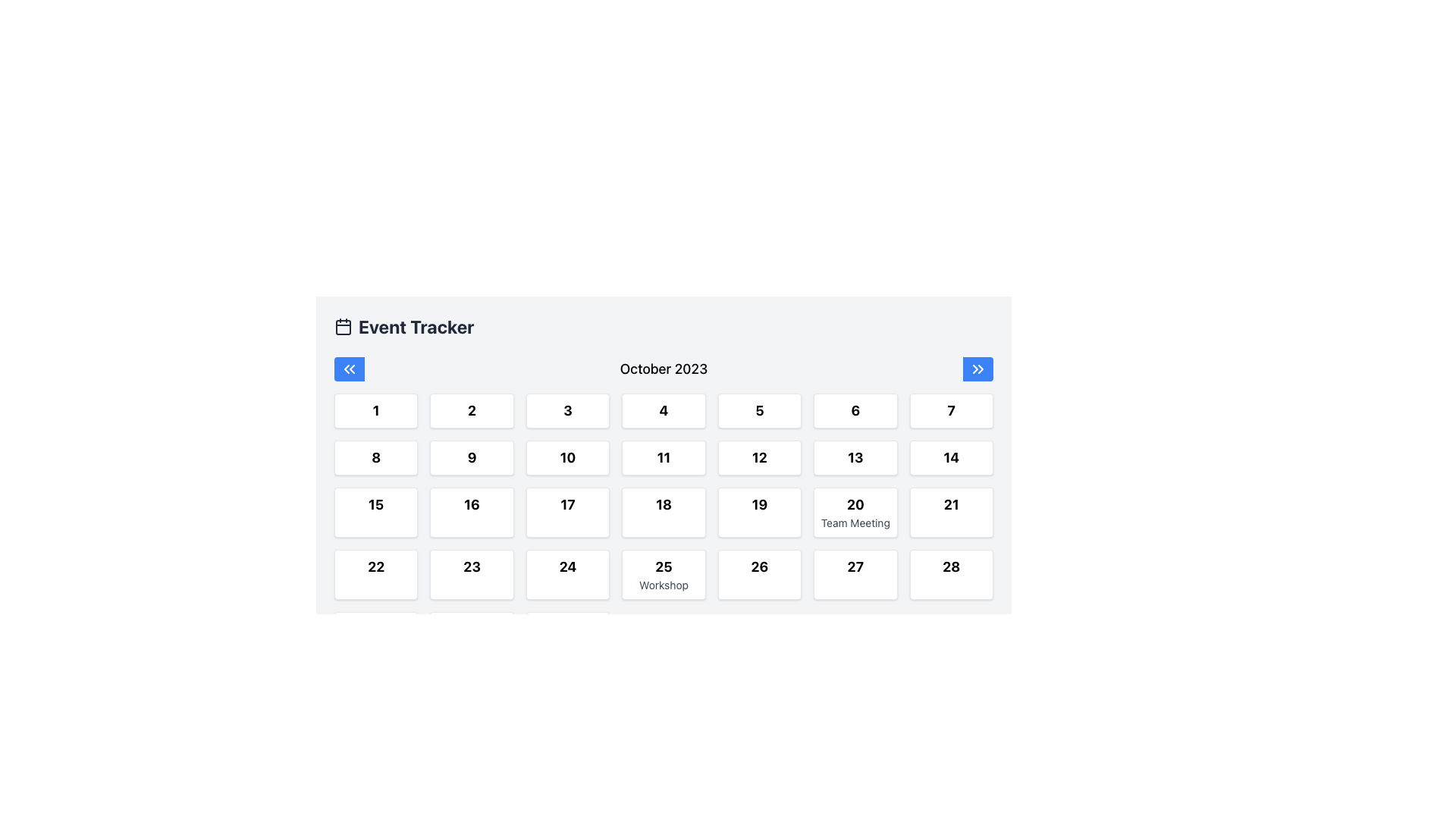 This screenshot has width=1456, height=819. I want to click on the button representing the 4th day of the month in the calendar interface, so click(664, 411).